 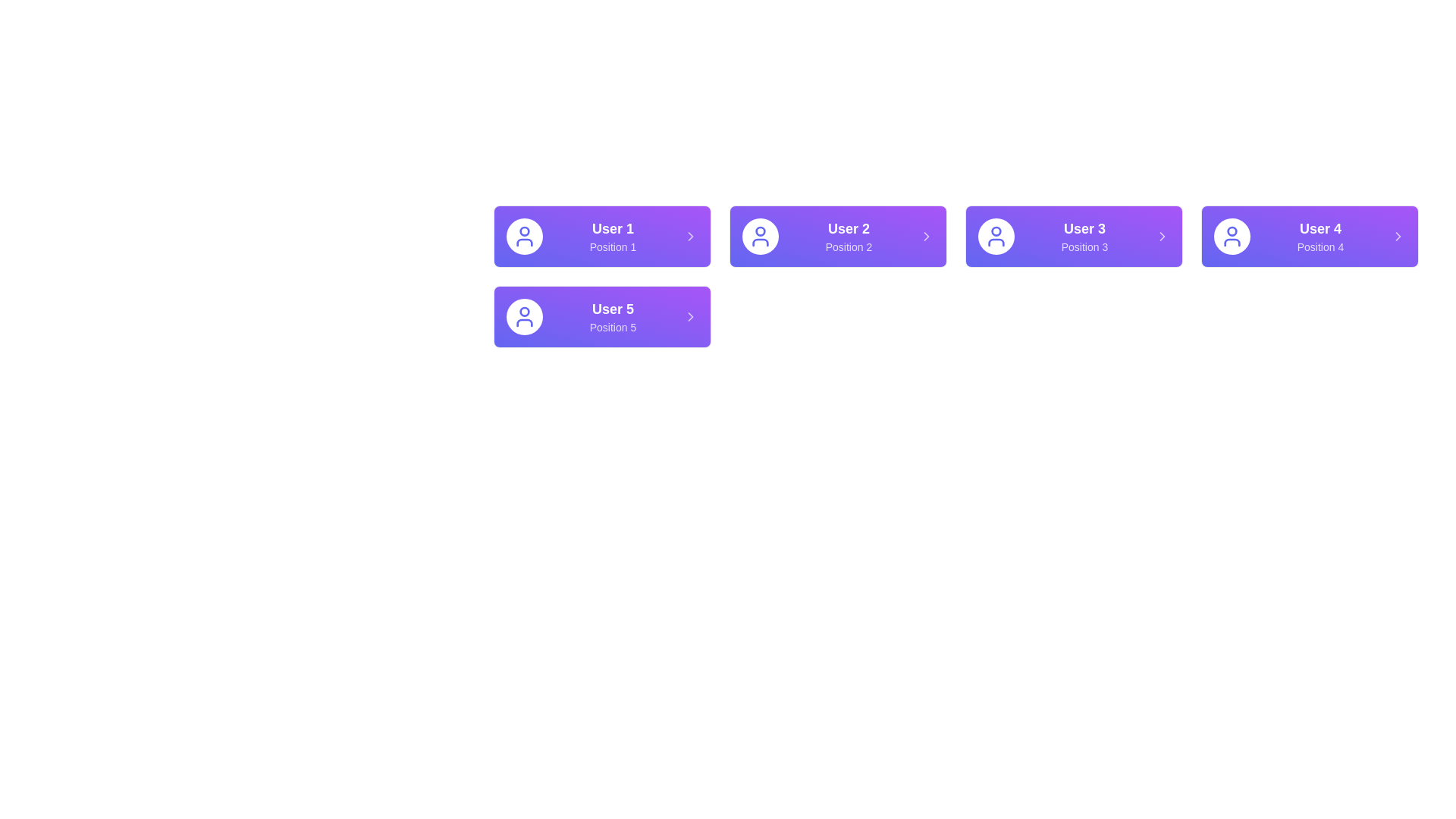 I want to click on the bold text label displaying 'User 2' which is styled in white over a purple background and is centrally located between 'User 1' and 'User 3', so click(x=848, y=228).